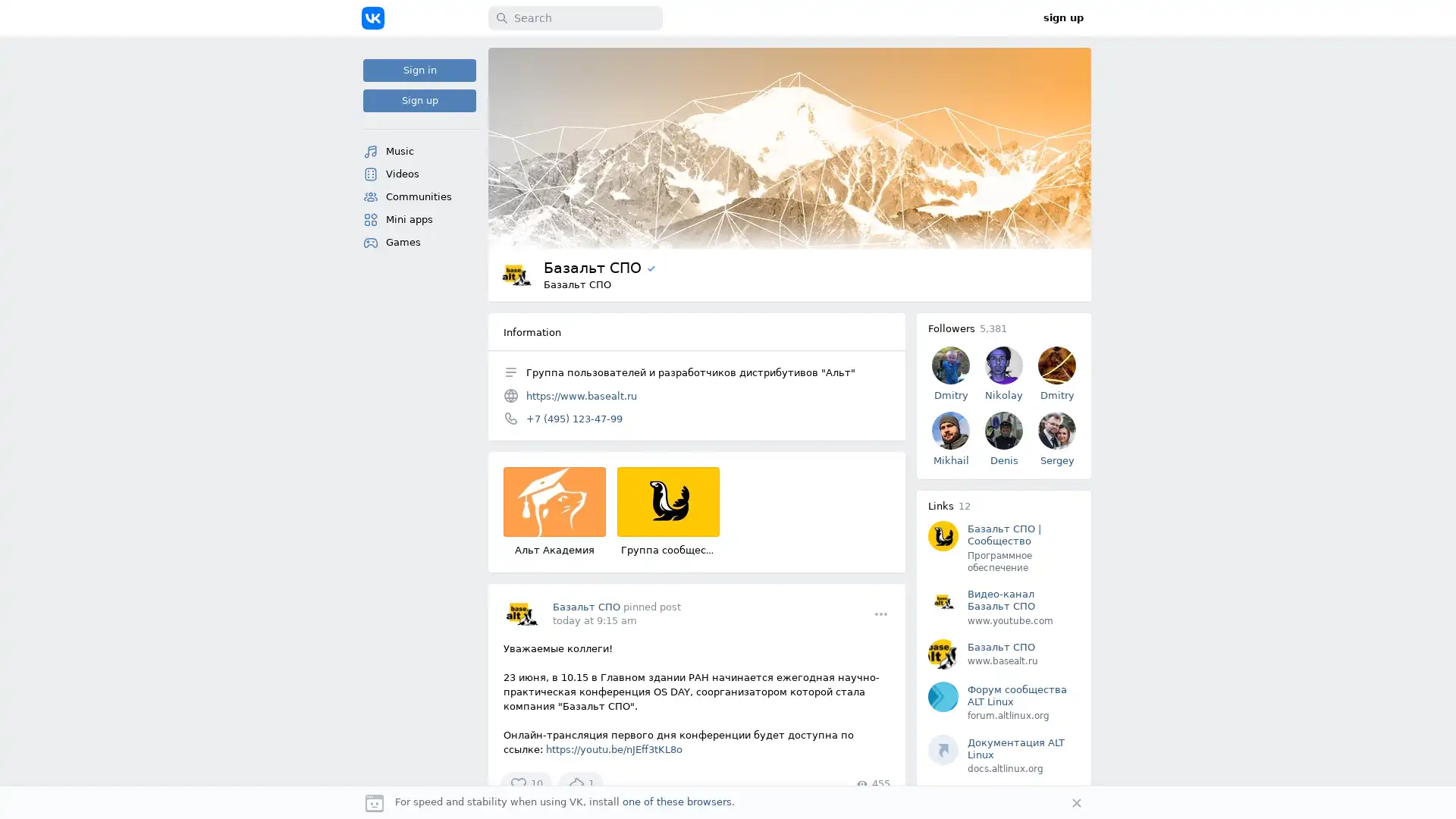 Image resolution: width=1456 pixels, height=819 pixels. What do you see at coordinates (580, 783) in the screenshot?
I see `1 share` at bounding box center [580, 783].